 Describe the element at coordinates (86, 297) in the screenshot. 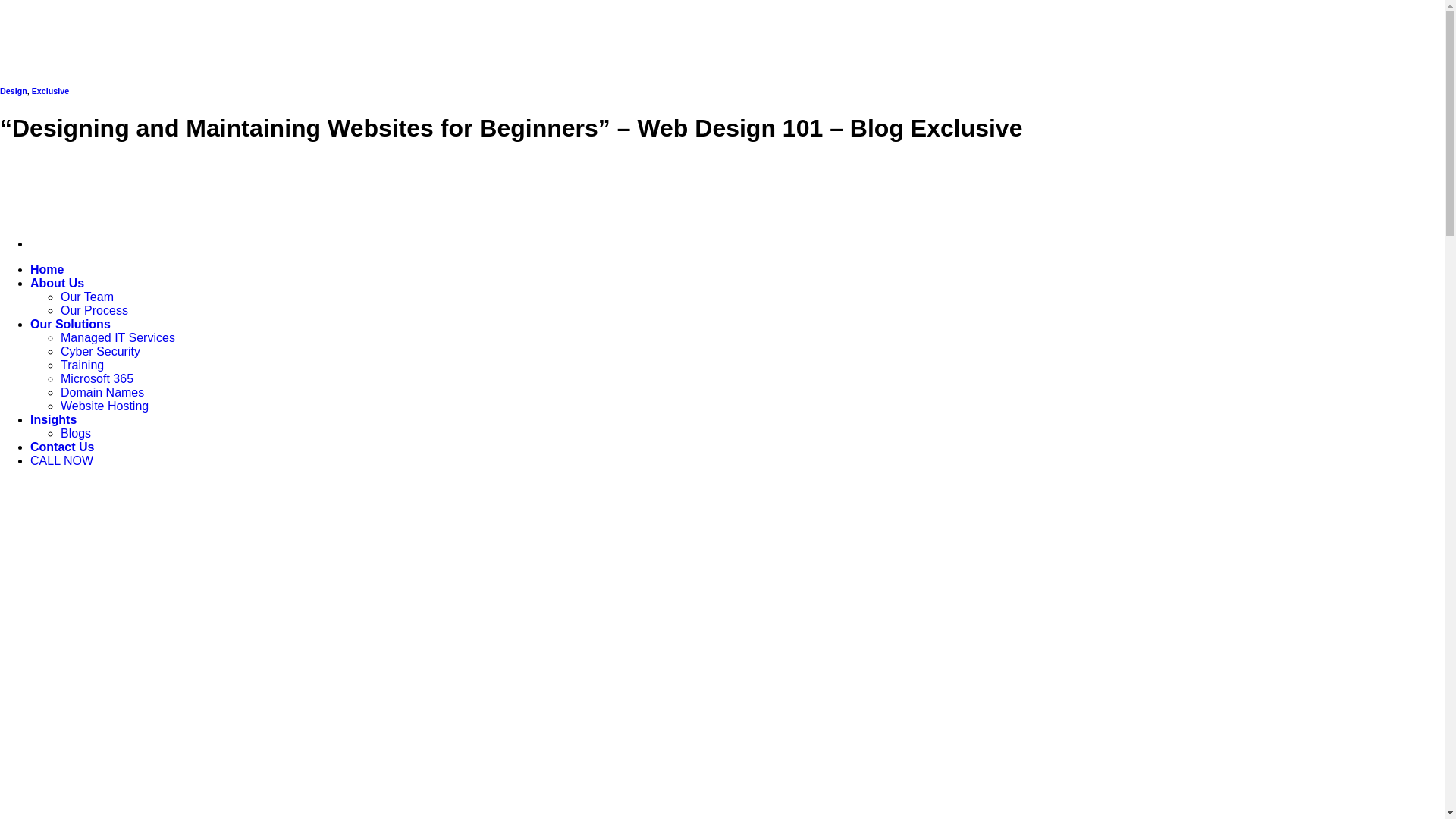

I see `'Our Team'` at that location.